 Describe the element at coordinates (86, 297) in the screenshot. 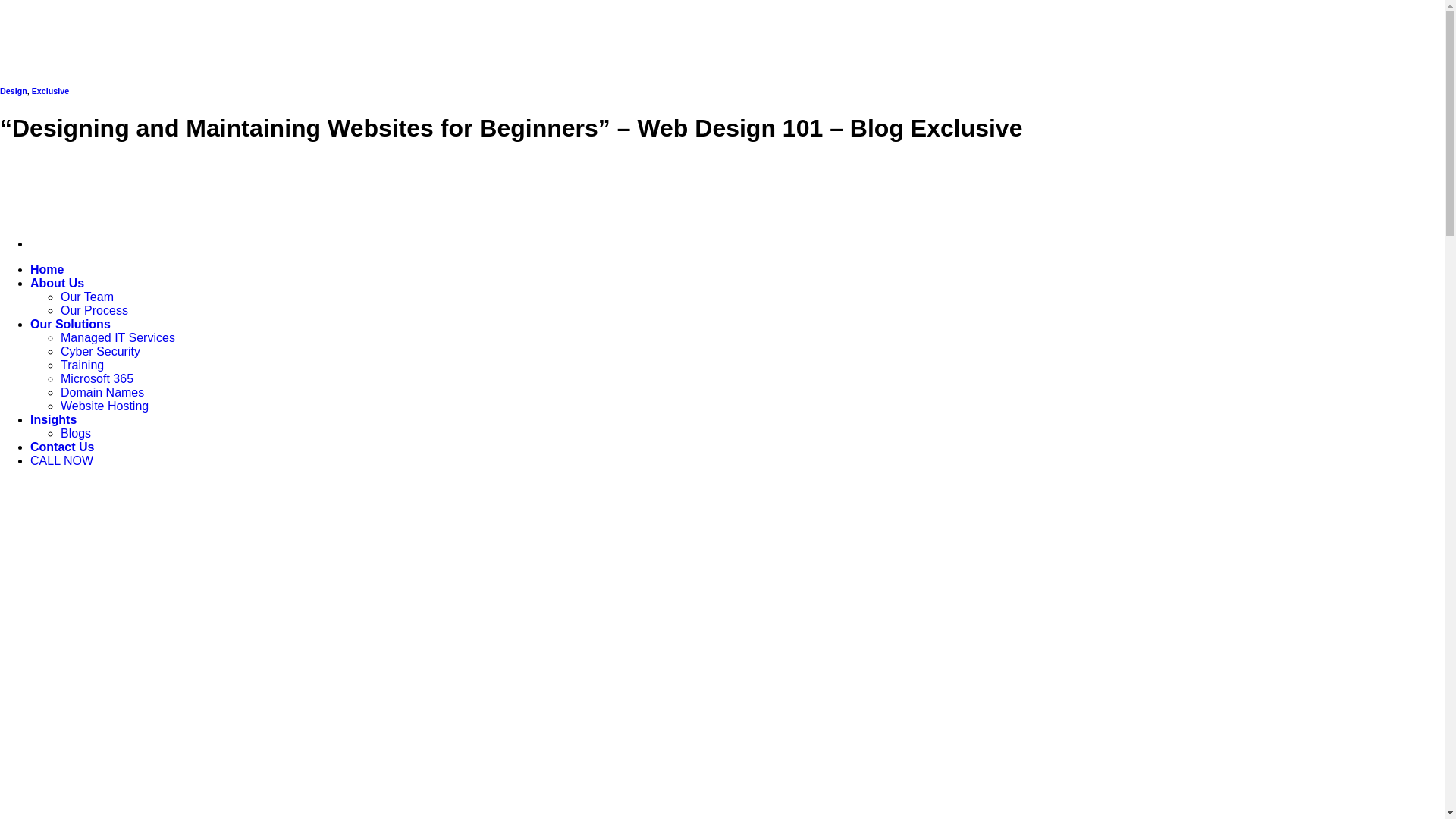

I see `'Our Team'` at that location.